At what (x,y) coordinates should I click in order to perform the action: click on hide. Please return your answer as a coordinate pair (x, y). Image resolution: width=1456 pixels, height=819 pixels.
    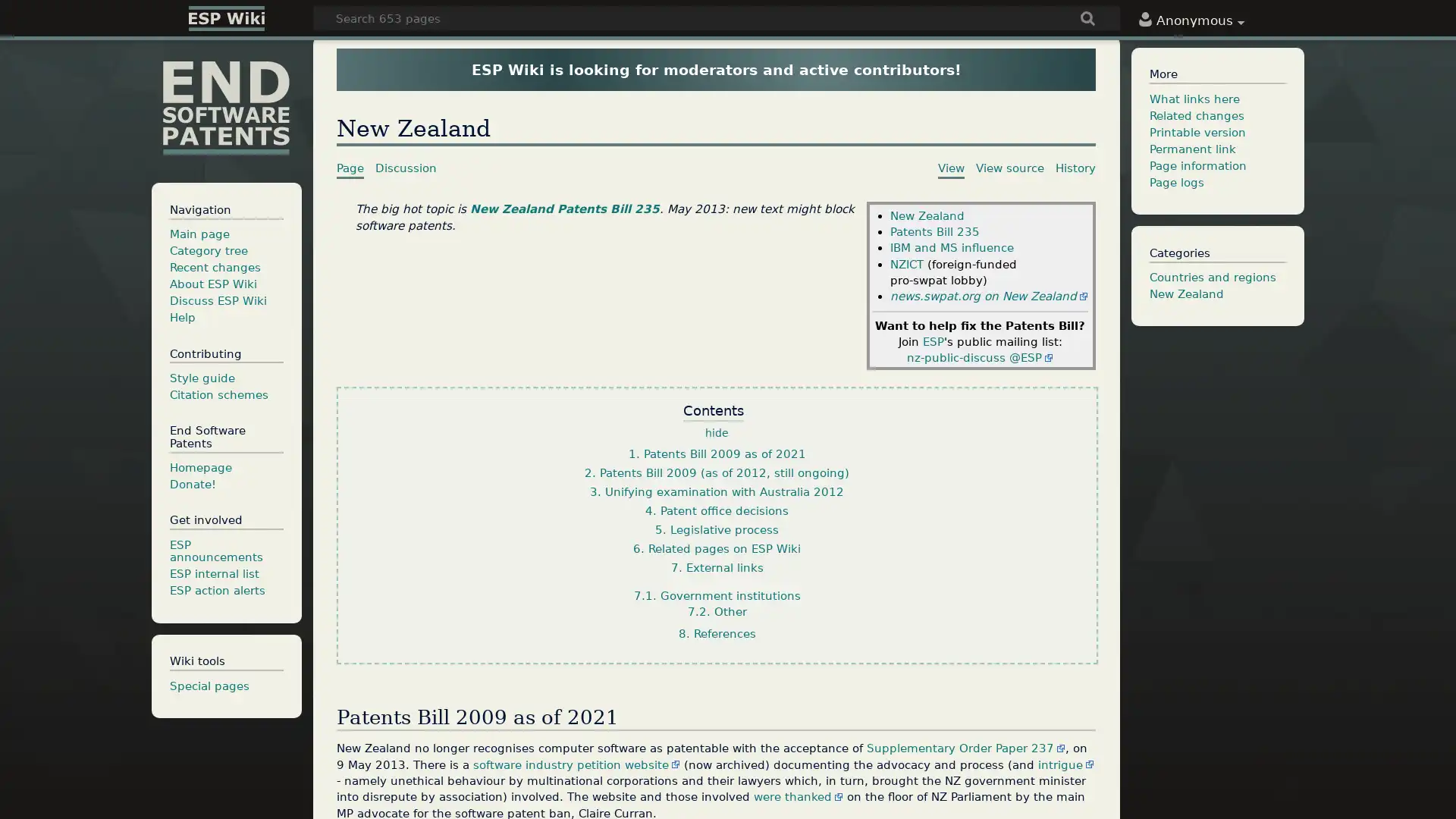
    Looking at the image, I should click on (716, 433).